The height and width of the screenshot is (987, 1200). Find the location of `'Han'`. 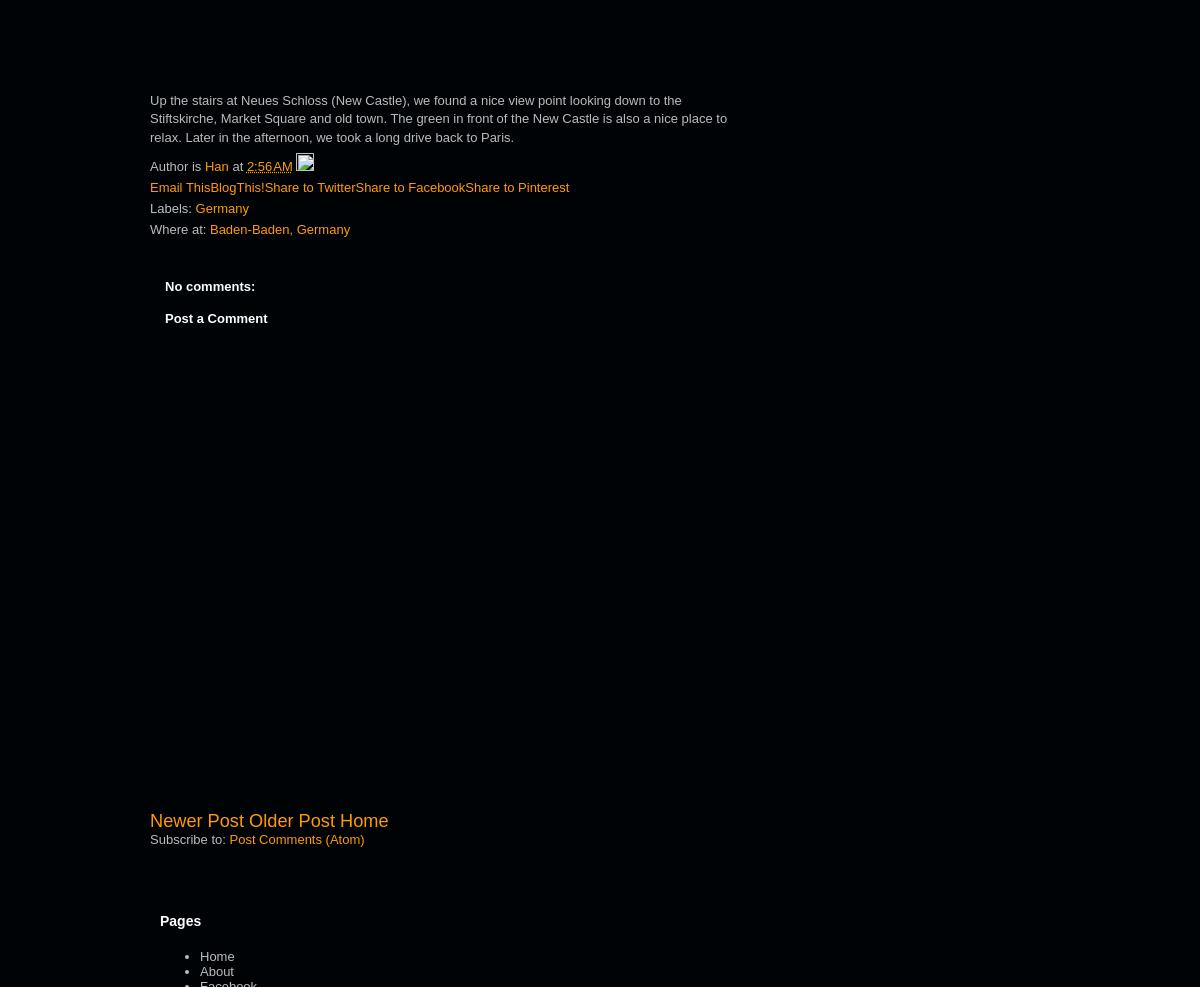

'Han' is located at coordinates (215, 165).